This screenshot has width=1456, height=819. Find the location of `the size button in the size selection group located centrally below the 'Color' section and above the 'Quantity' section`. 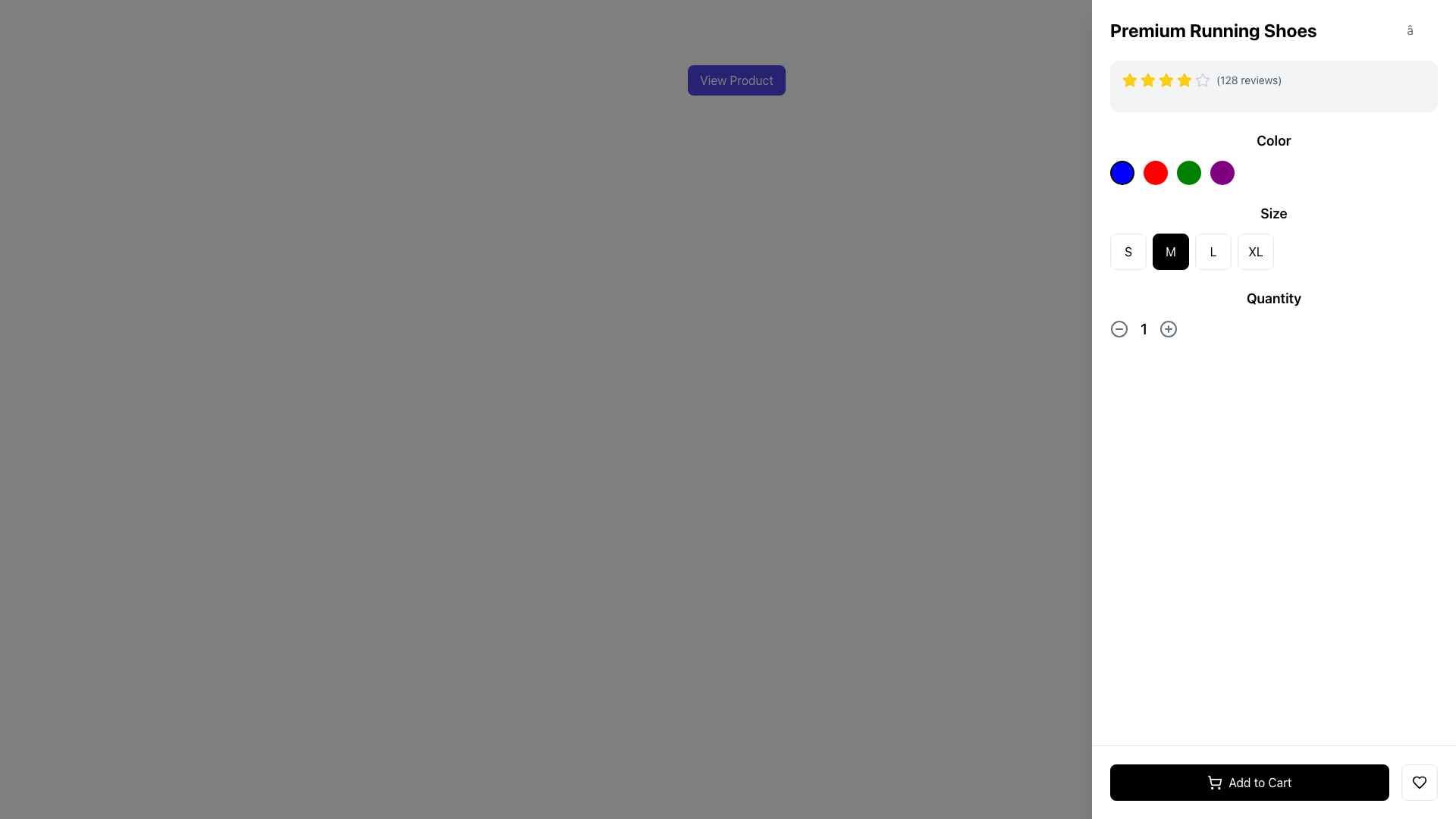

the size button in the size selection group located centrally below the 'Color' section and above the 'Quantity' section is located at coordinates (1274, 237).